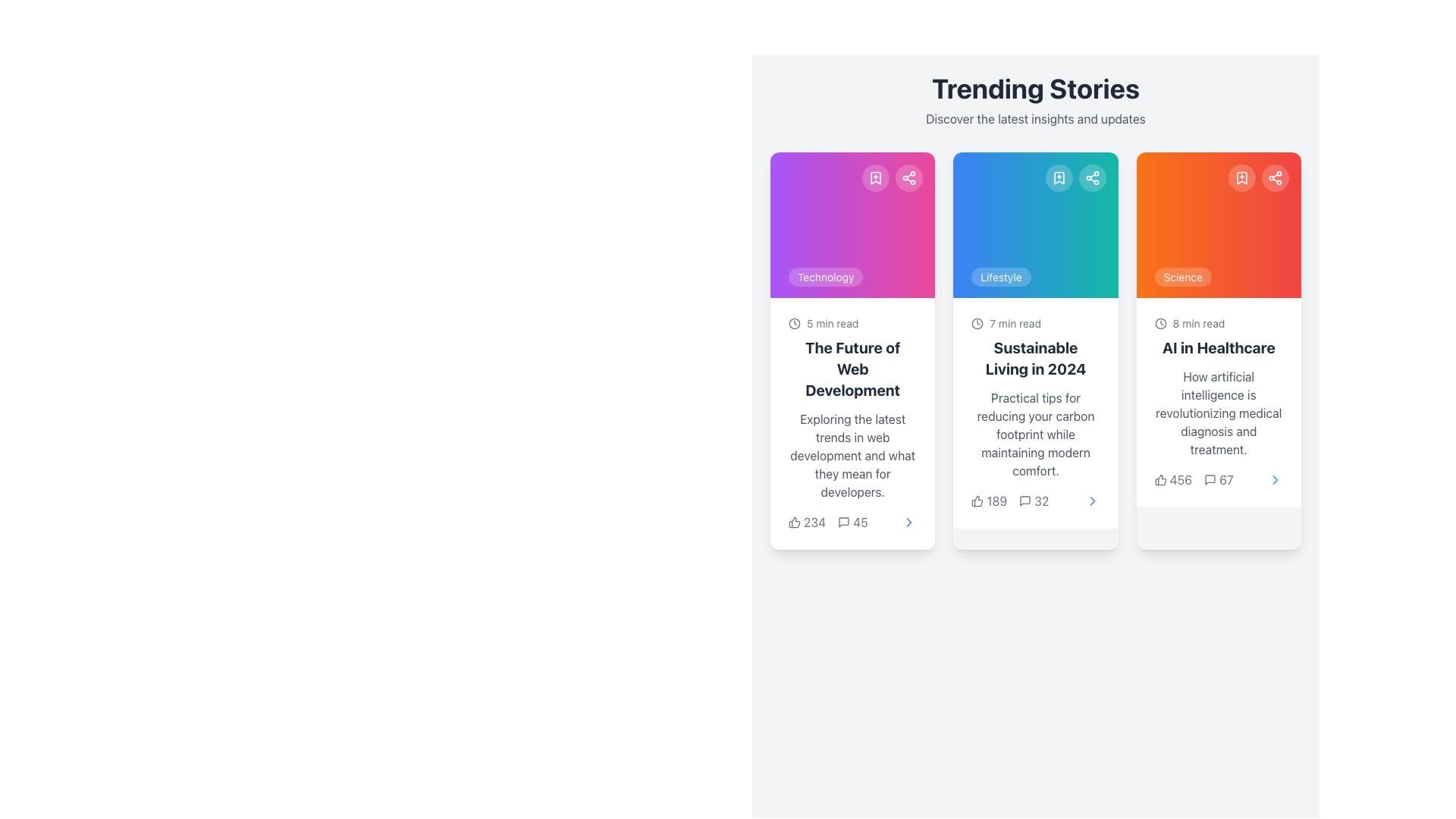 The image size is (1456, 819). Describe the element at coordinates (1035, 323) in the screenshot. I see `the informational label featuring a clock icon and the text '7 min read', which is centrally positioned above the title 'Sustainable Living in 2024'` at that location.